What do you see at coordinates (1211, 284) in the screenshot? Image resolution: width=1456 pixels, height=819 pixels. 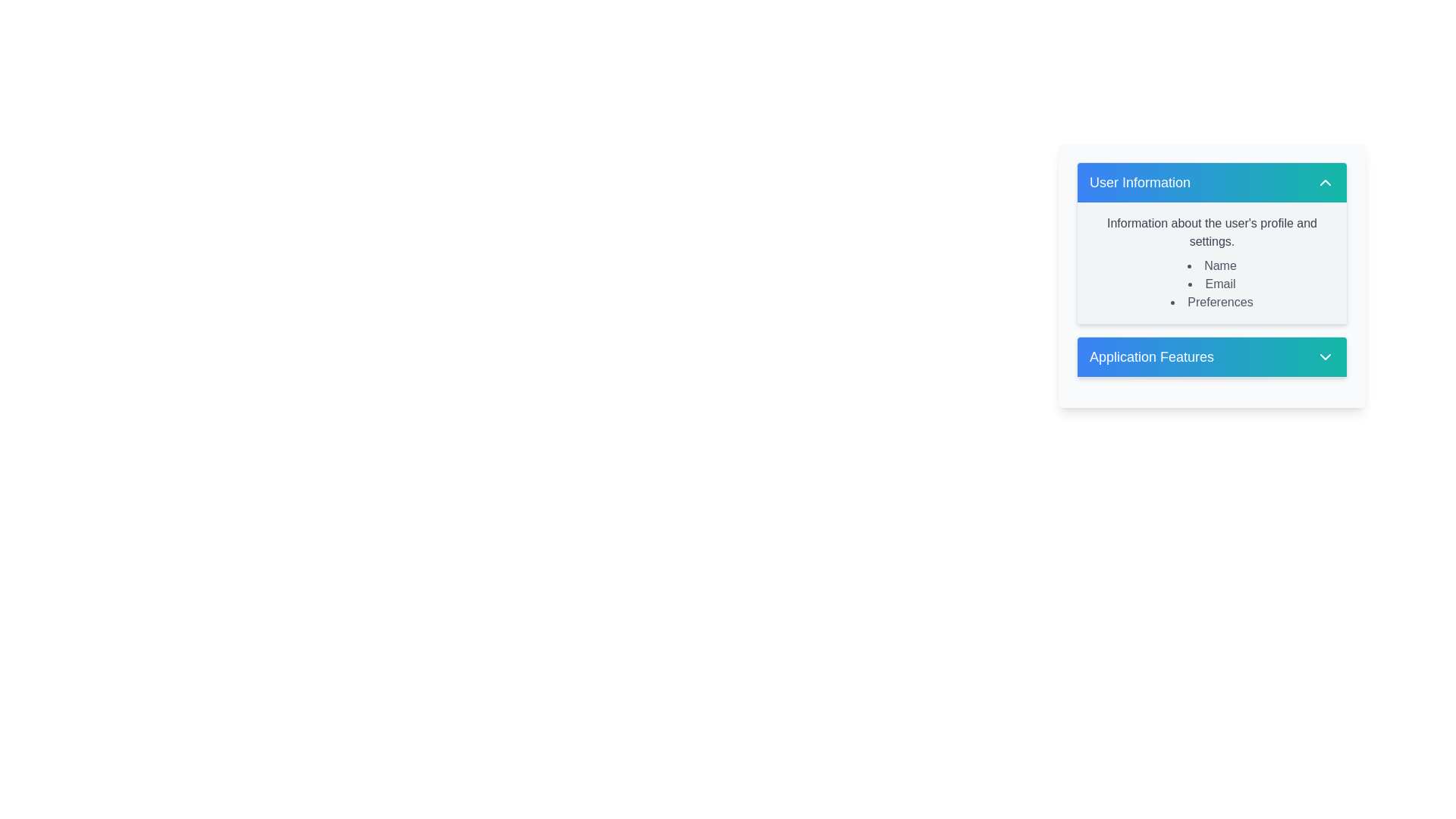 I see `the List component located in the 'User Information' section that provides options for user profile details such as 'Name', 'Email', and 'Preferences'` at bounding box center [1211, 284].